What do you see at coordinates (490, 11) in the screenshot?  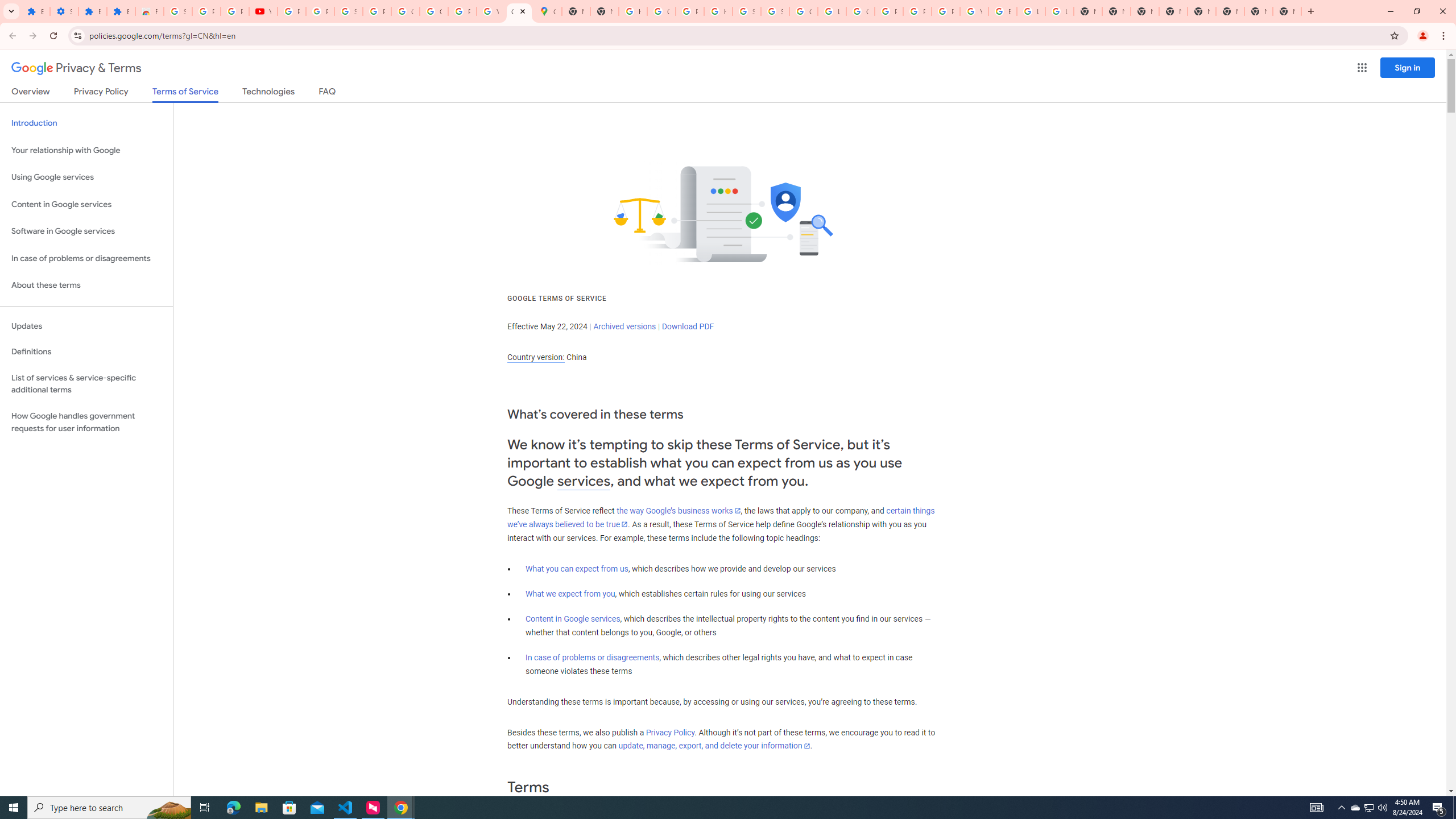 I see `'YouTube'` at bounding box center [490, 11].